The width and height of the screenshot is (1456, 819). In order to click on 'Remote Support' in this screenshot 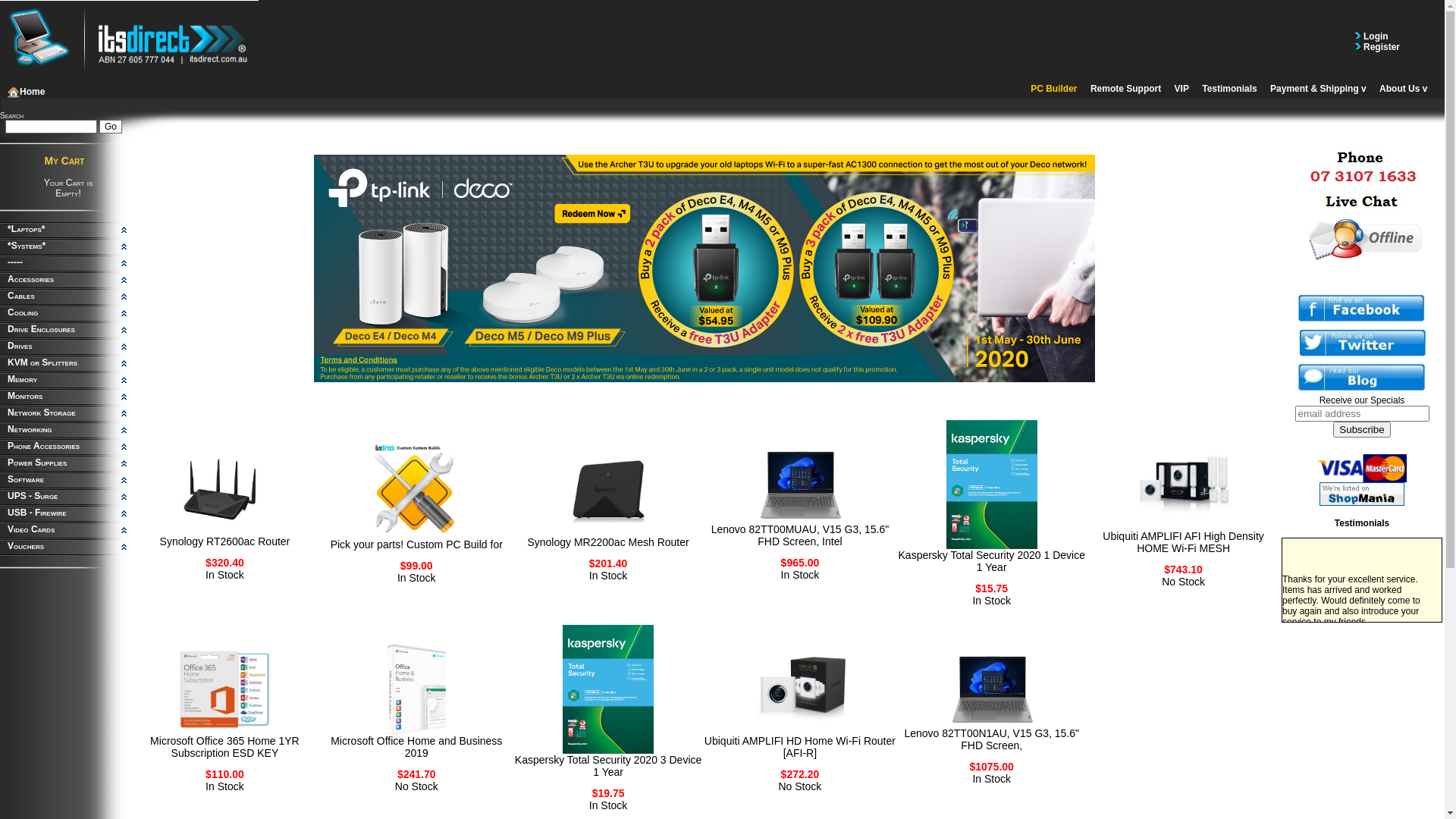, I will do `click(1125, 88)`.